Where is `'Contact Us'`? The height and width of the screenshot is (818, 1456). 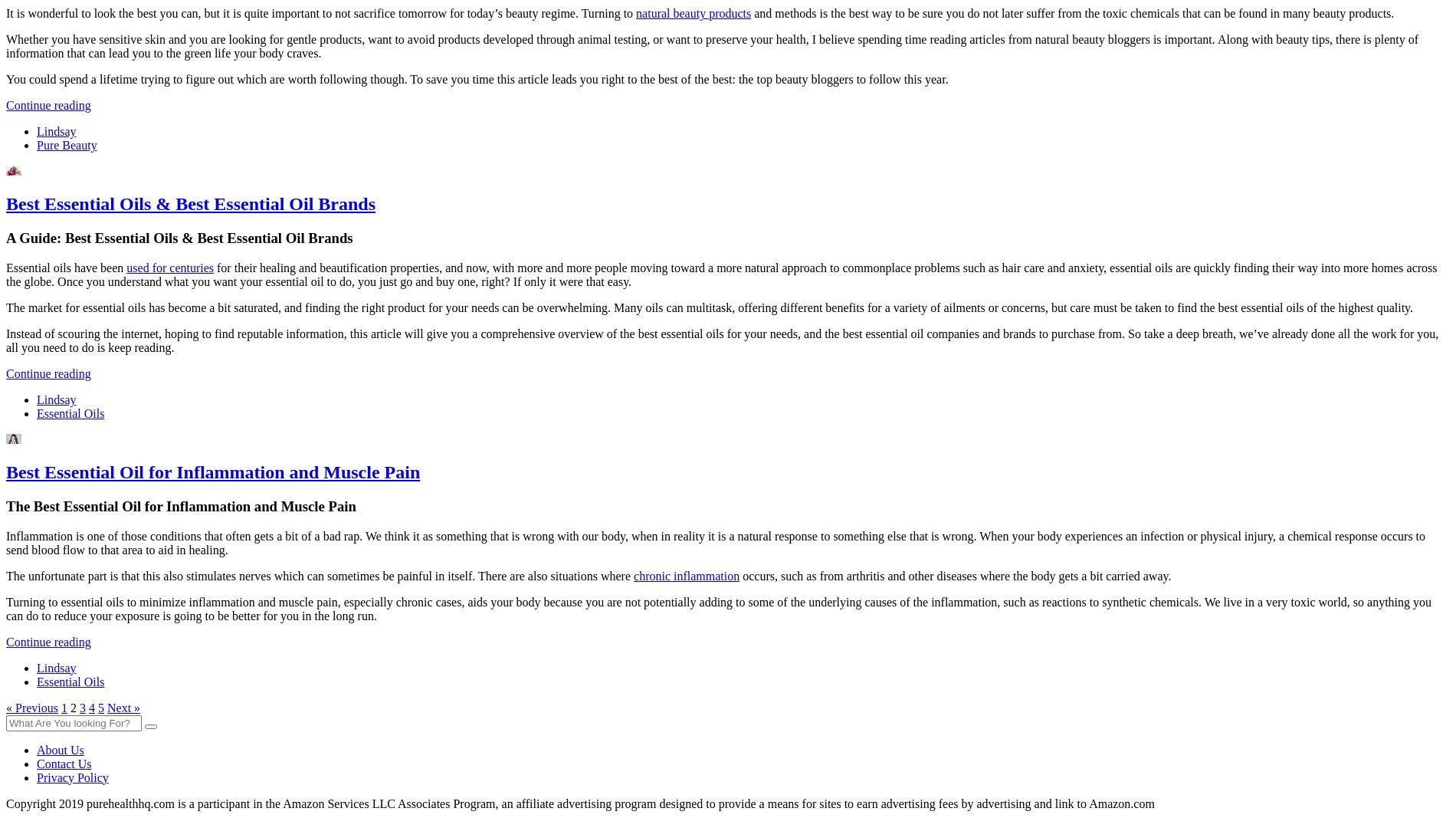
'Contact Us' is located at coordinates (64, 763).